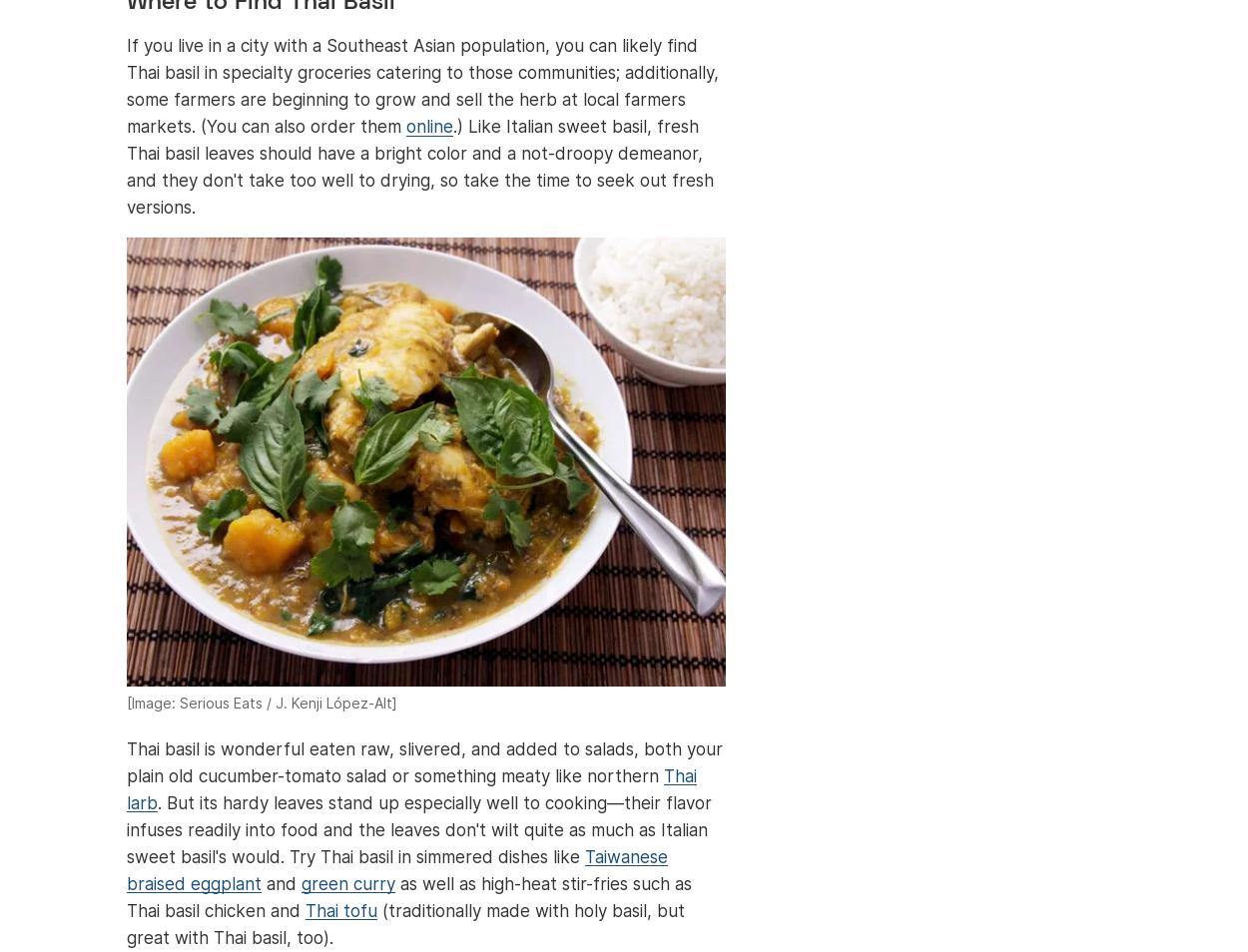  Describe the element at coordinates (420, 166) in the screenshot. I see `'.) Like Italian sweet basil, fresh Thai basil leaves should have a bright color and a not-droopy demeanor, and they don't take too well to drying, so take the time to seek out fresh versions.'` at that location.